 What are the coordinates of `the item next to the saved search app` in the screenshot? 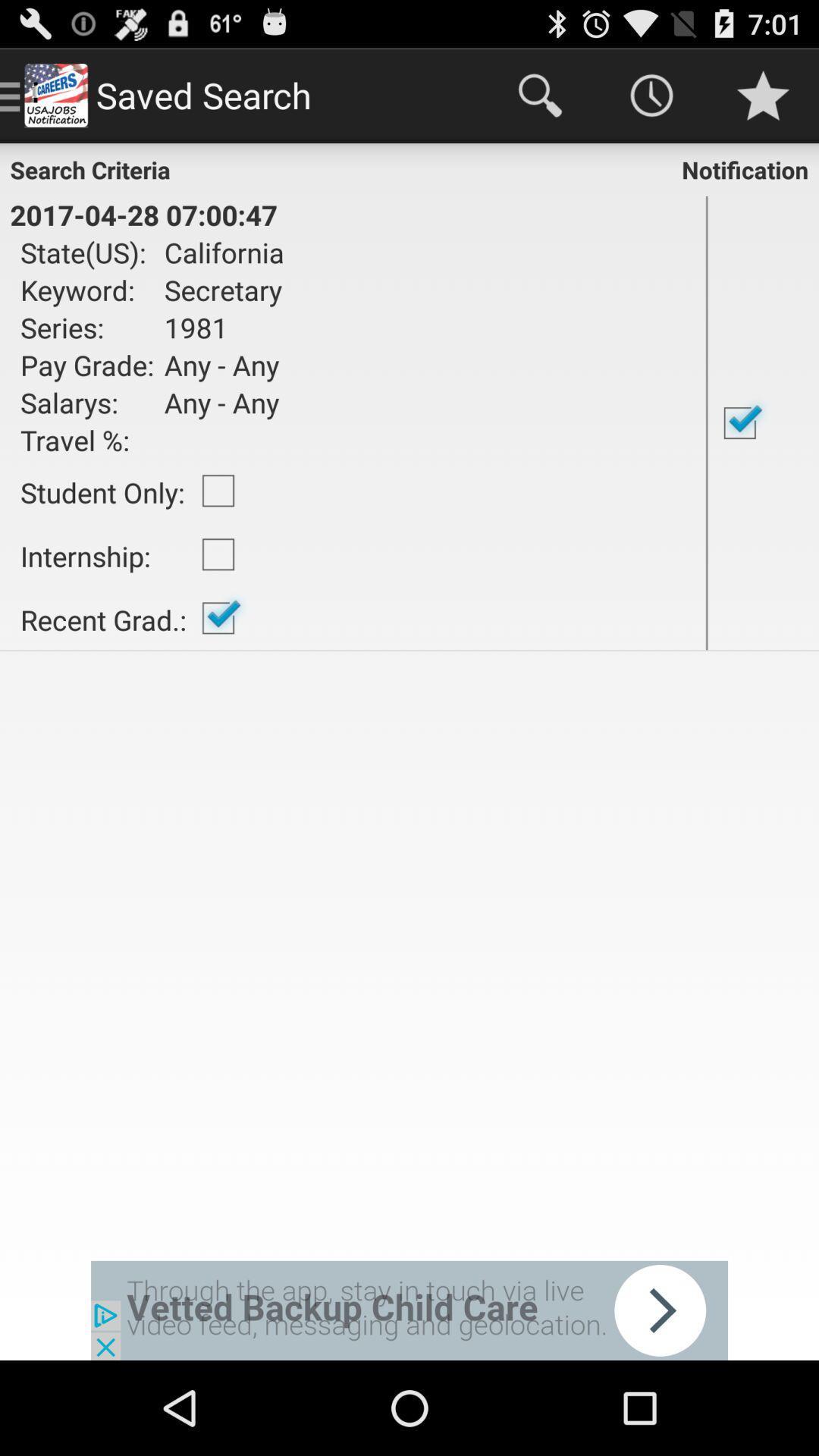 It's located at (539, 94).